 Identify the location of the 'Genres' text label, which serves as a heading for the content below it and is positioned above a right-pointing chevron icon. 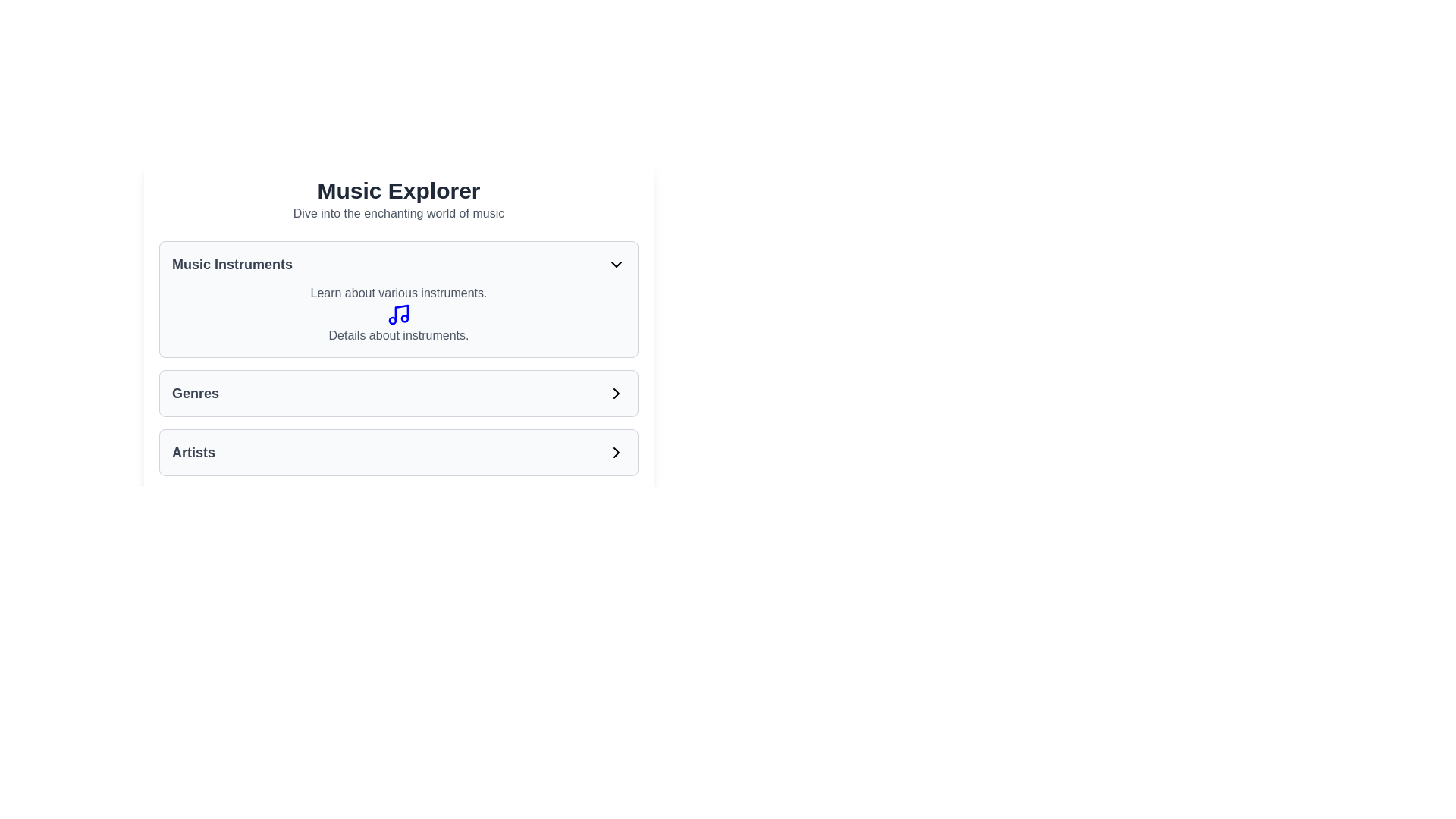
(195, 393).